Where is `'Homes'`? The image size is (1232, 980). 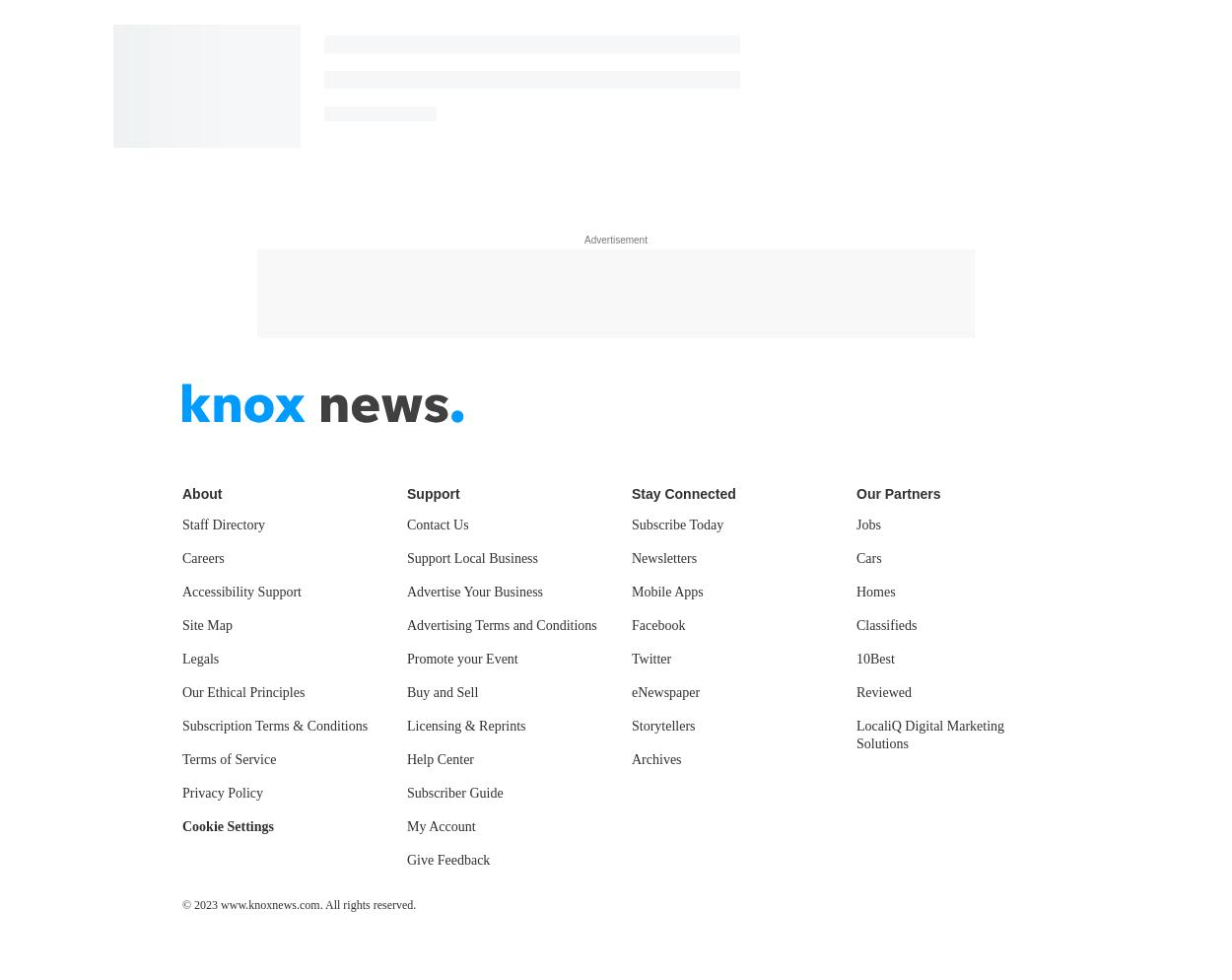 'Homes' is located at coordinates (856, 591).